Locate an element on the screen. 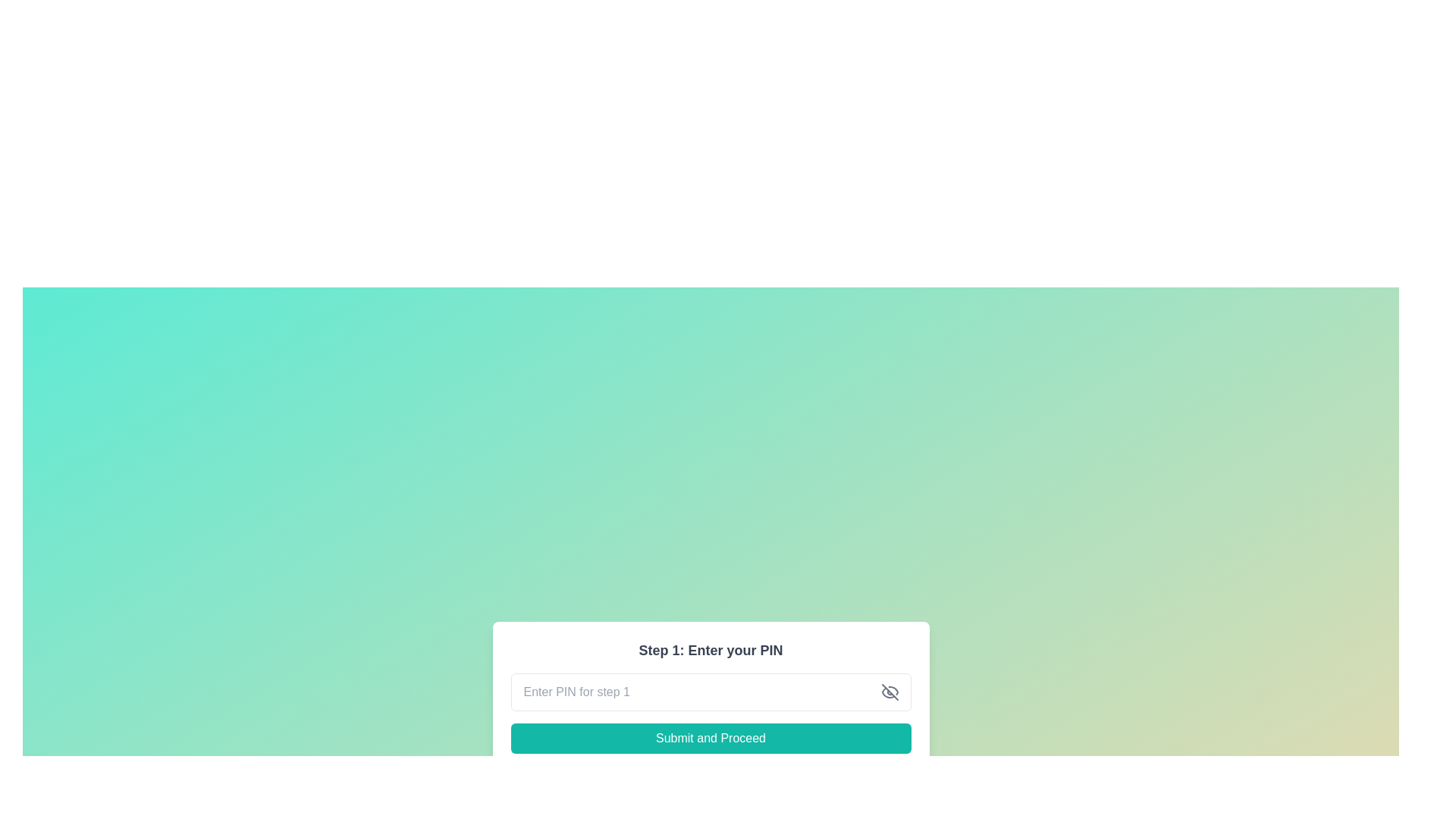  the instructional text label that guides the user to enter their PIN is located at coordinates (710, 649).